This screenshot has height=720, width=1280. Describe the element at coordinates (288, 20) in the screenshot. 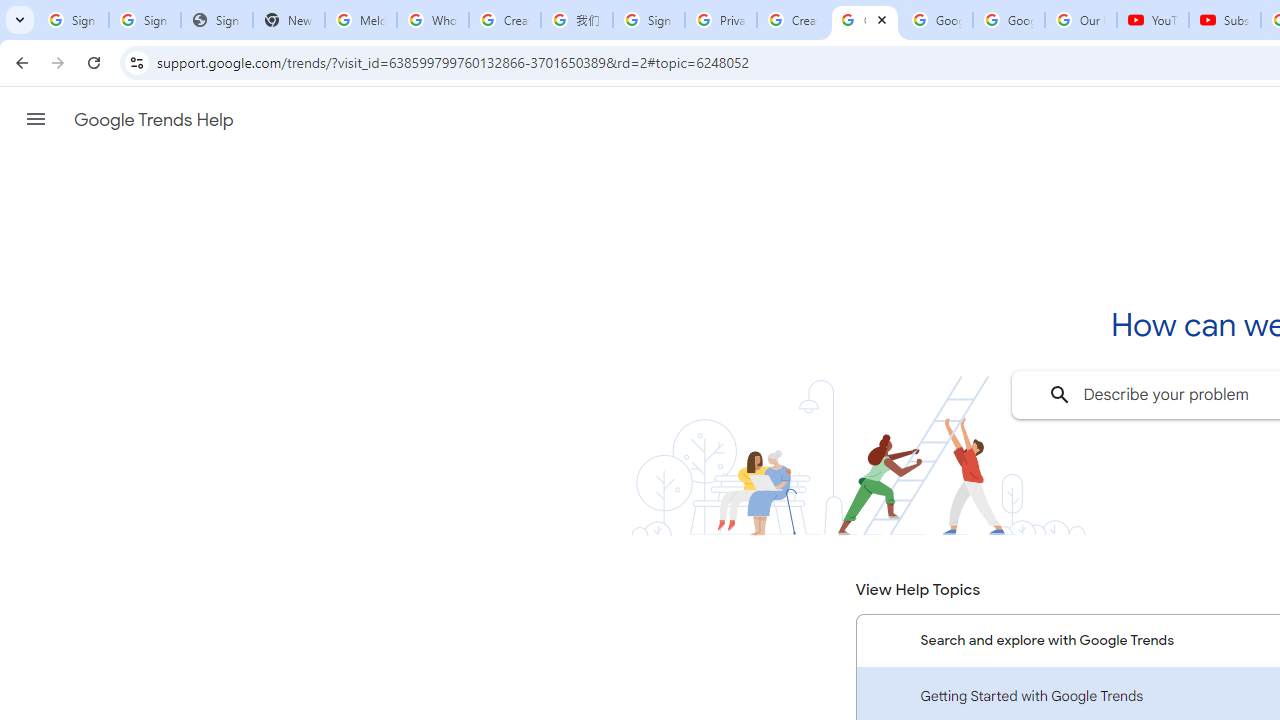

I see `'New Tab'` at that location.